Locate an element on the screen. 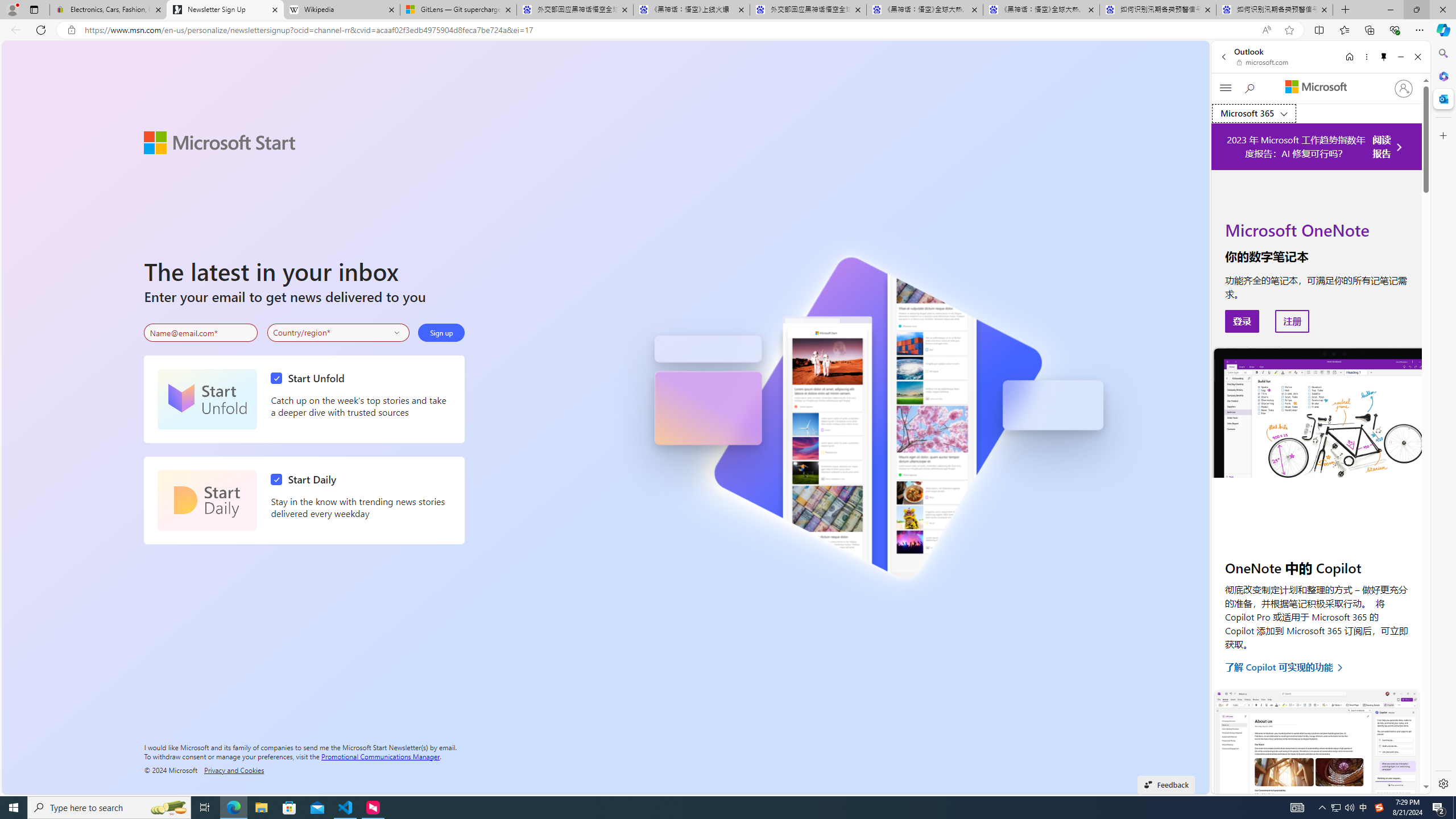 The image size is (1456, 819). 'Wikipedia' is located at coordinates (341, 9).